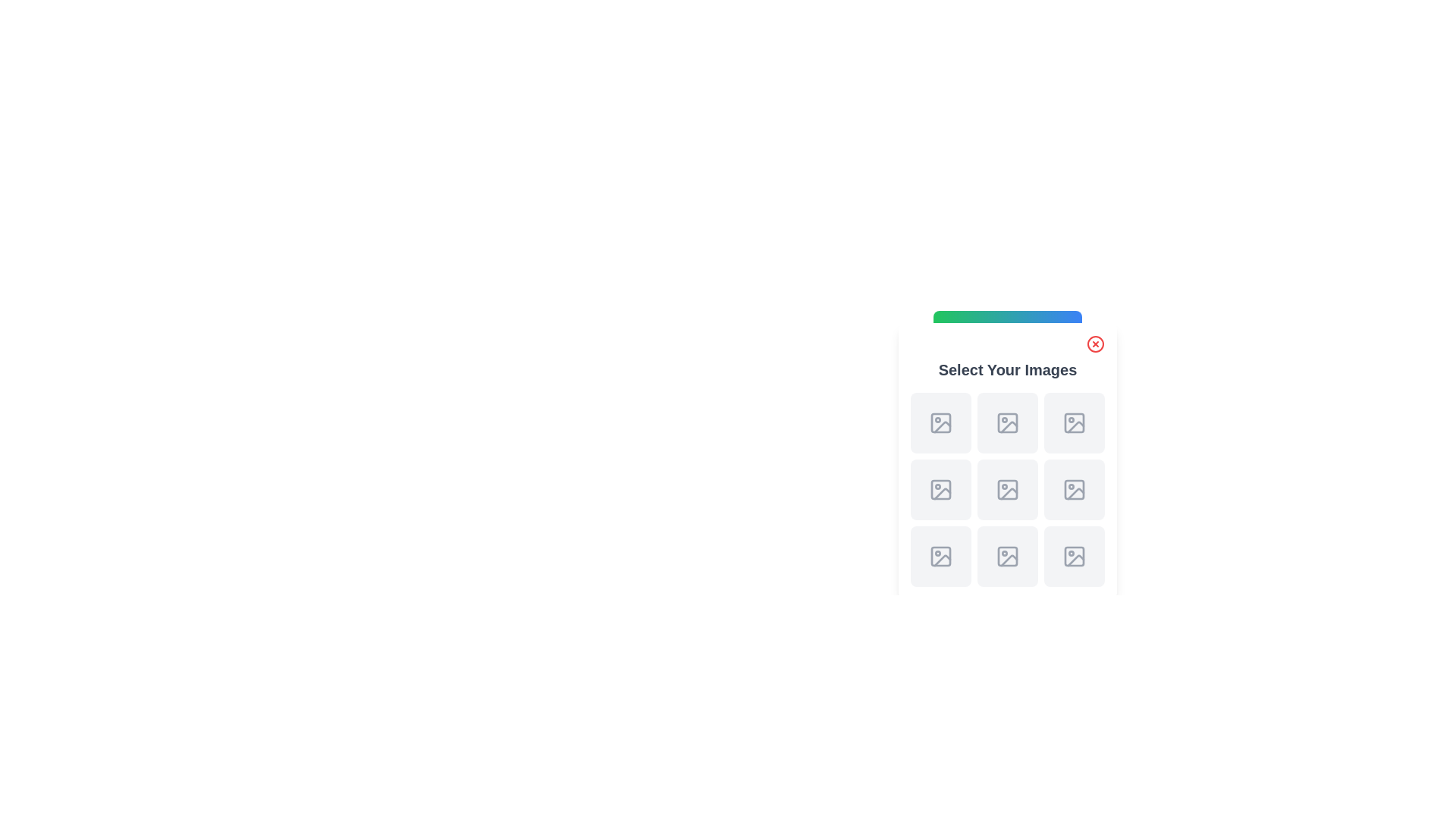 This screenshot has height=819, width=1456. Describe the element at coordinates (940, 423) in the screenshot. I see `the image upload icon located at the top-left position of the 3x3 grid layout` at that location.